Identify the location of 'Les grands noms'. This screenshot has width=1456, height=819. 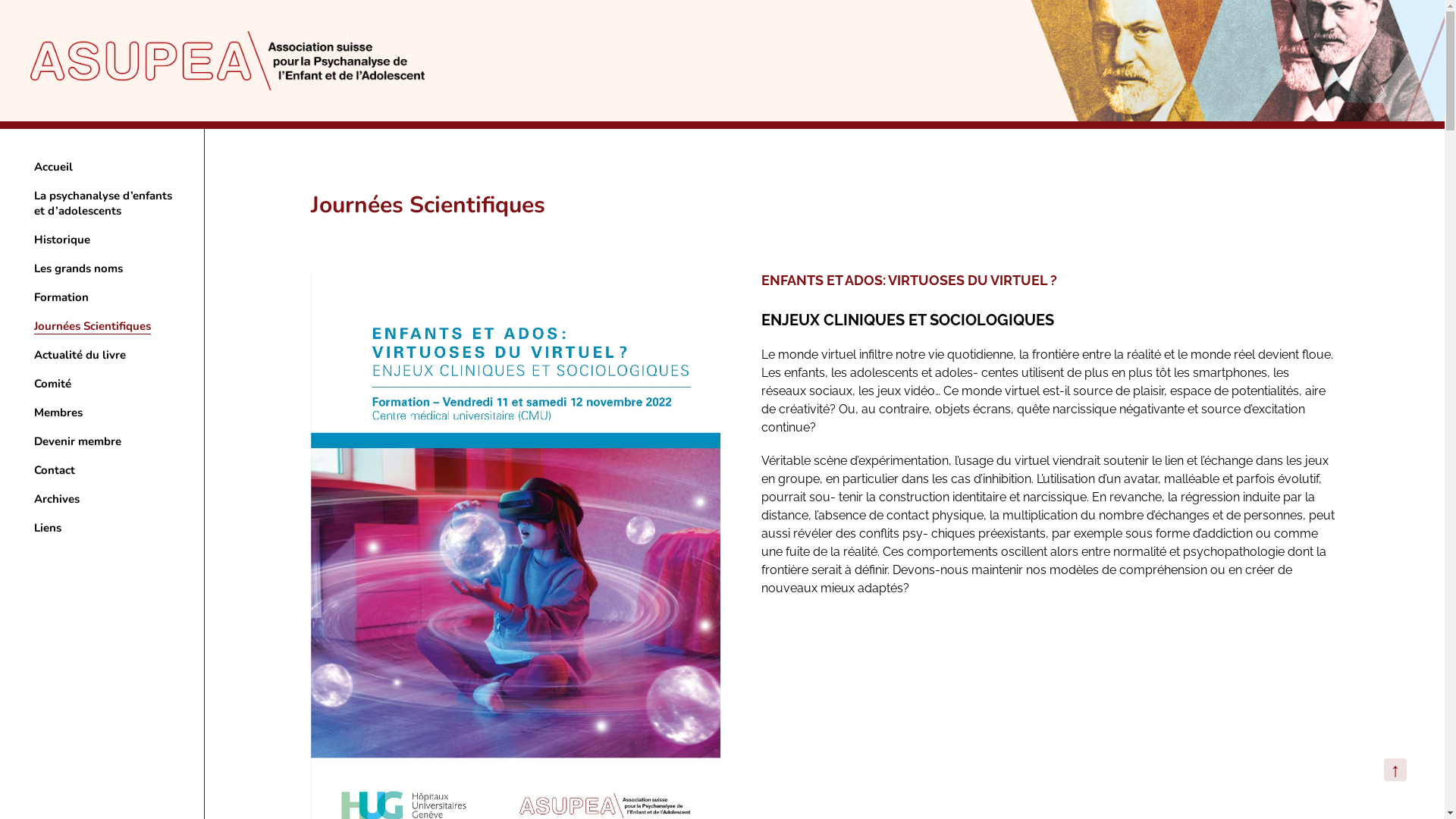
(33, 268).